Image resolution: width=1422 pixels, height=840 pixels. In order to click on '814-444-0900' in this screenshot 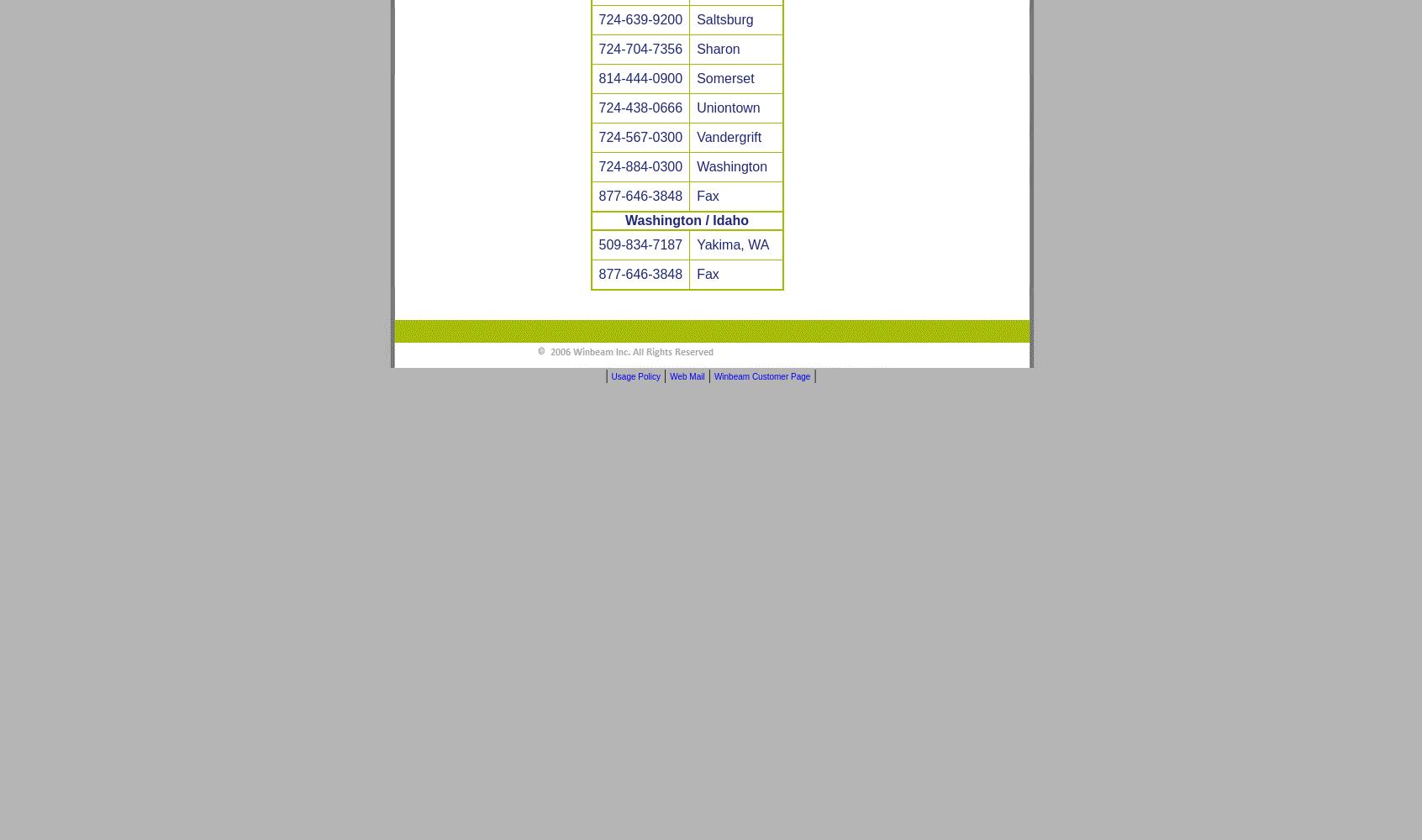, I will do `click(597, 77)`.